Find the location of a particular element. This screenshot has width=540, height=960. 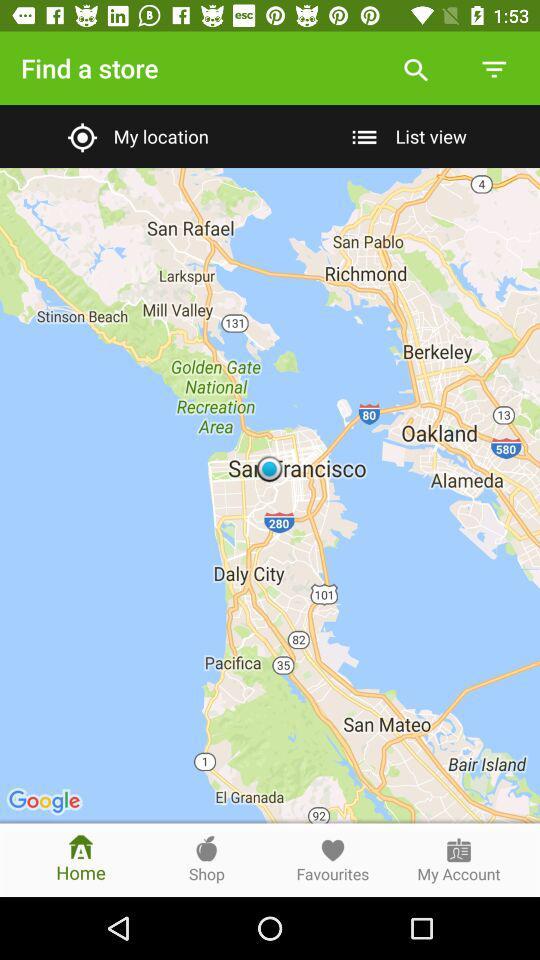

the item to the right of my location item is located at coordinates (405, 135).